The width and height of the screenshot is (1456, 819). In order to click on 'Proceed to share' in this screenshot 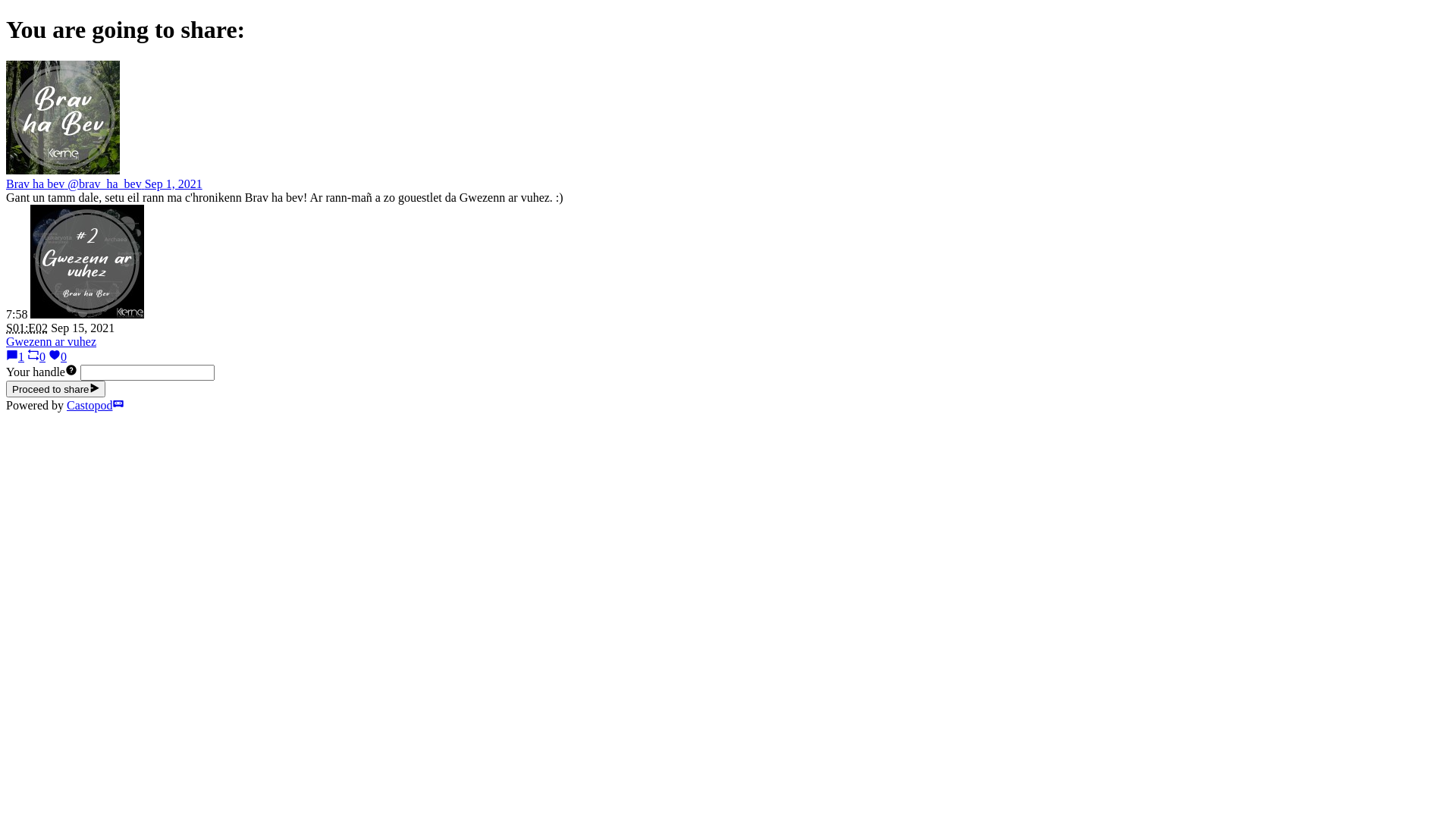, I will do `click(55, 388)`.